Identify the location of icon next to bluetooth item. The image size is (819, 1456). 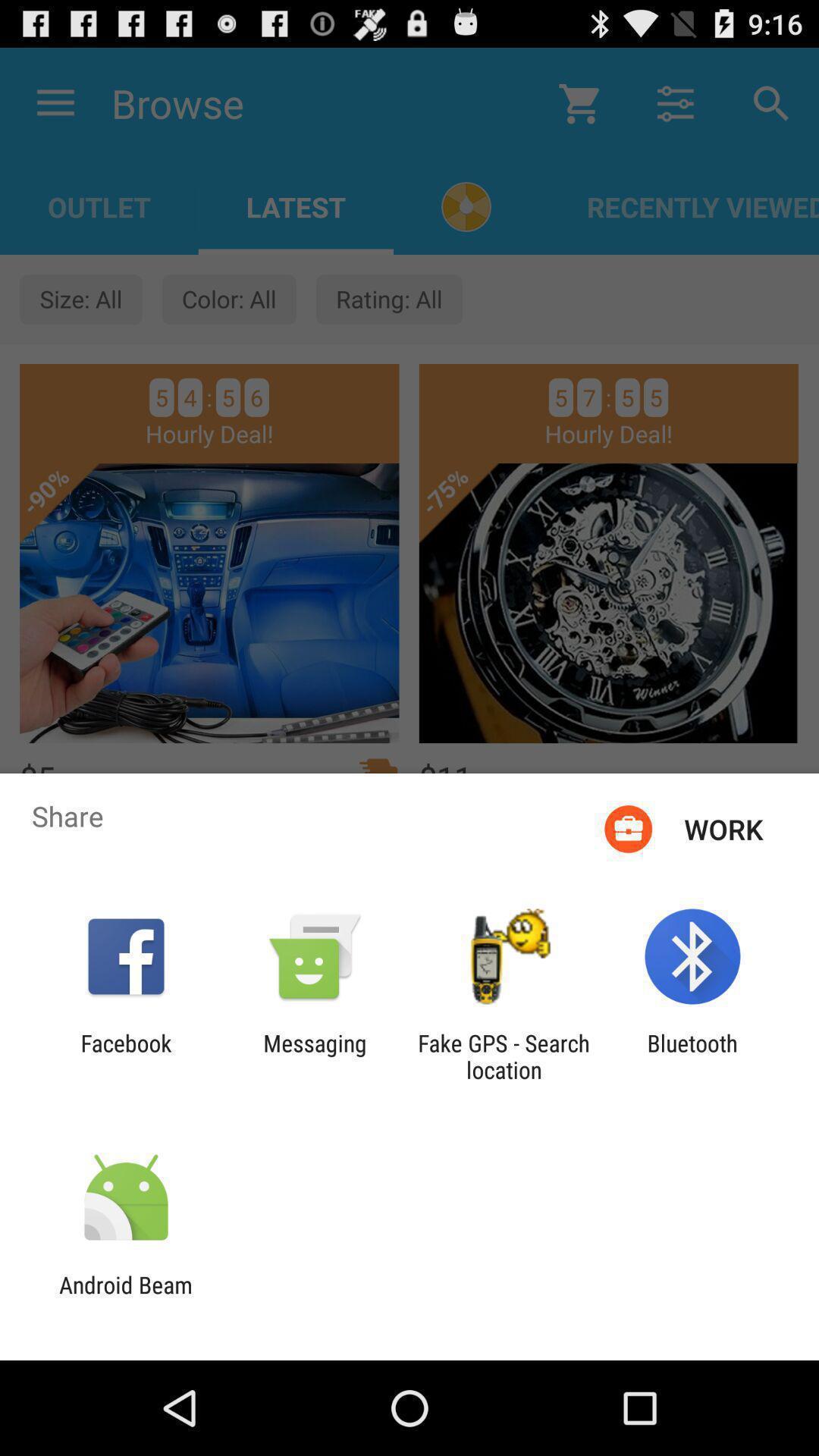
(504, 1056).